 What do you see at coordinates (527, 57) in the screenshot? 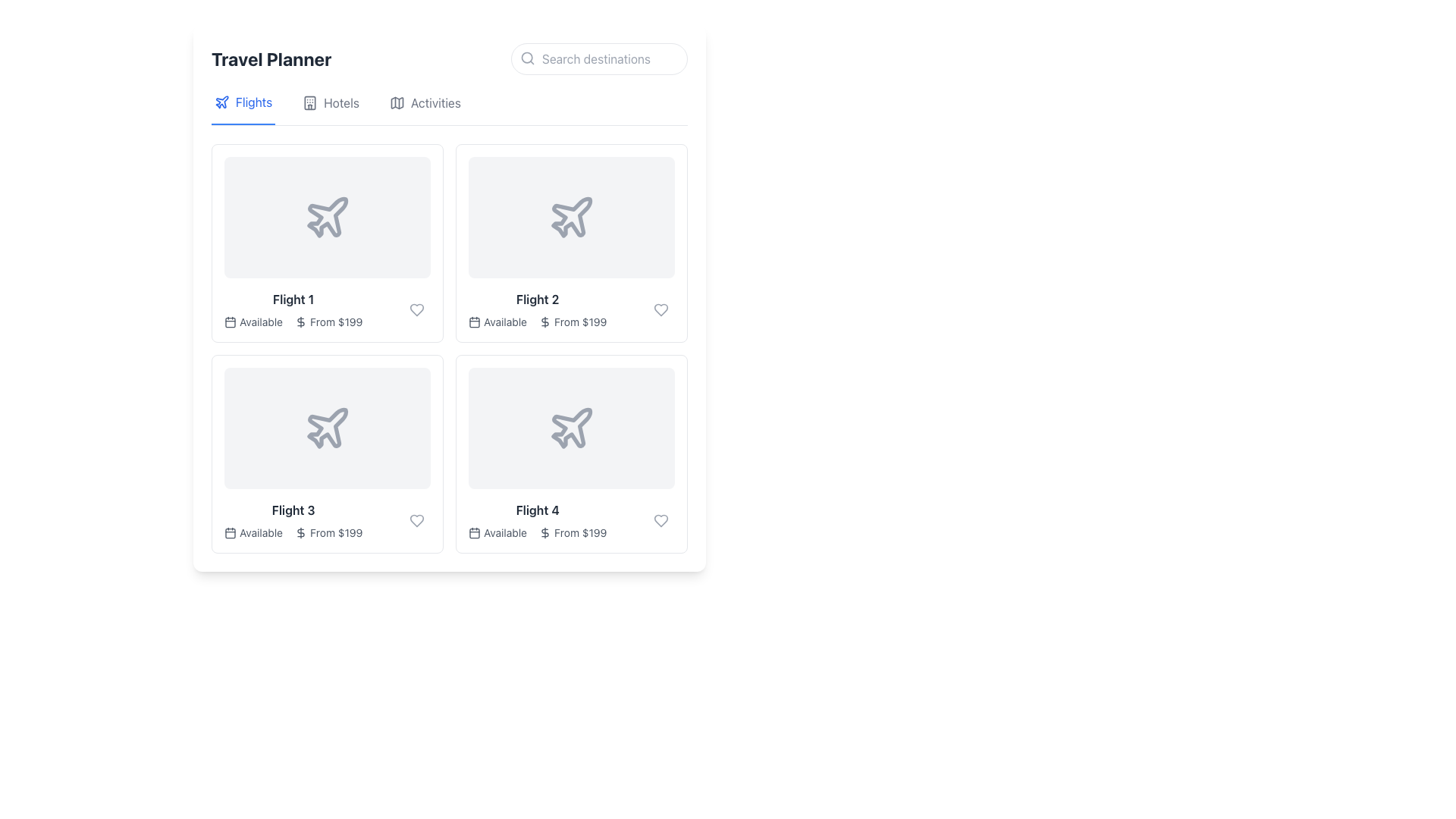
I see `the circular component of the magnifying glass within the search icon, which is located to the left of the input field labeled 'Search destinations'` at bounding box center [527, 57].